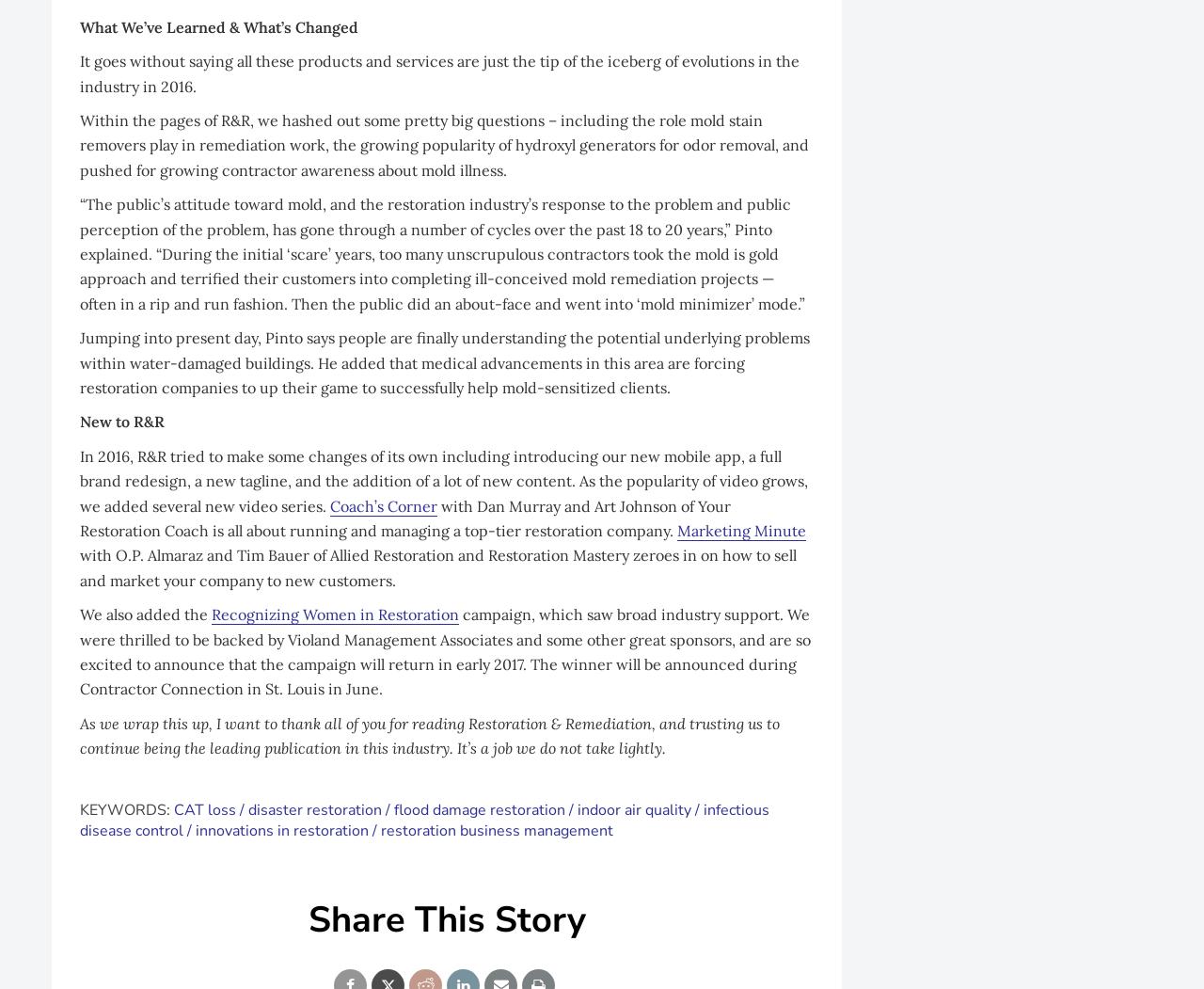 Image resolution: width=1204 pixels, height=989 pixels. Describe the element at coordinates (204, 808) in the screenshot. I see `'CAT loss'` at that location.